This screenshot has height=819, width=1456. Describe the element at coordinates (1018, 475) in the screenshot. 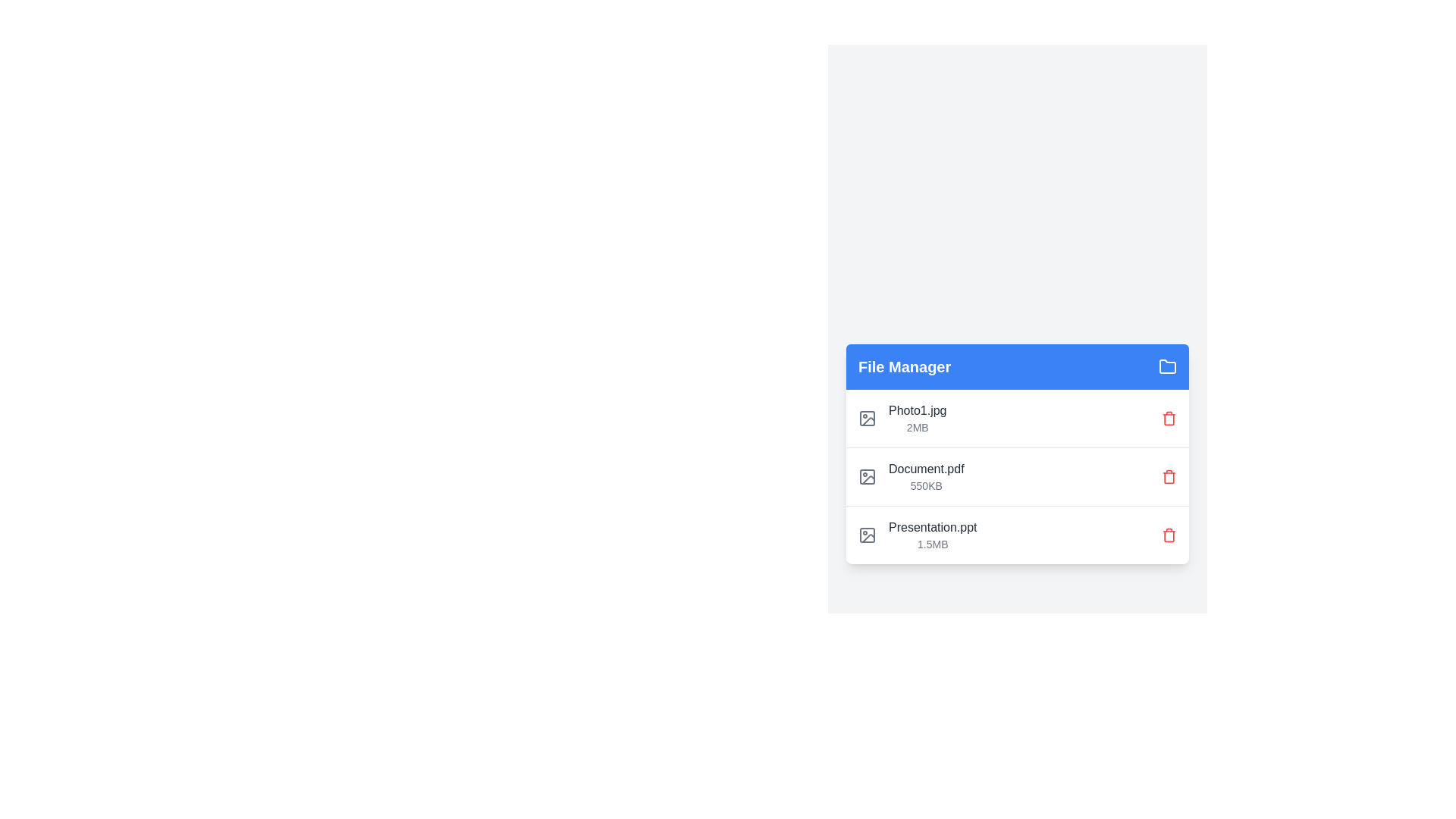

I see `the list item displaying 'Document.pdf' in the 'File Manager' UI` at that location.